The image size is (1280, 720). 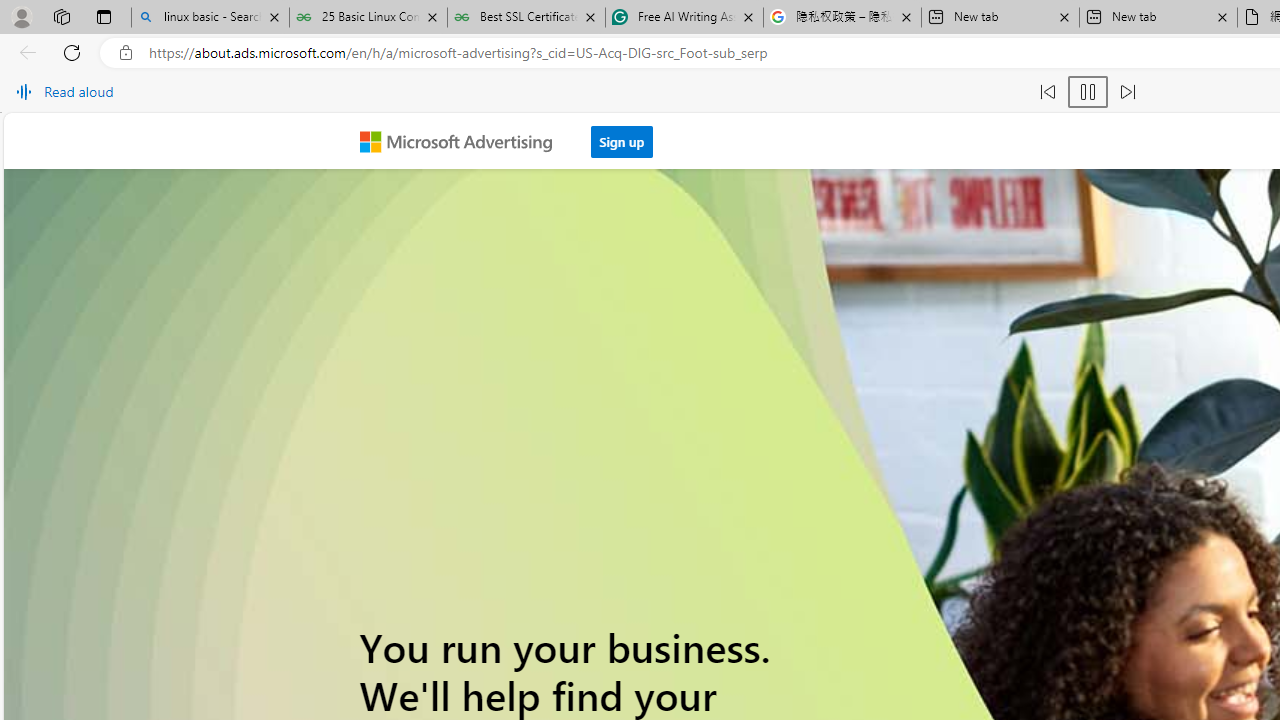 What do you see at coordinates (1128, 92) in the screenshot?
I see `'Read next paragraph'` at bounding box center [1128, 92].